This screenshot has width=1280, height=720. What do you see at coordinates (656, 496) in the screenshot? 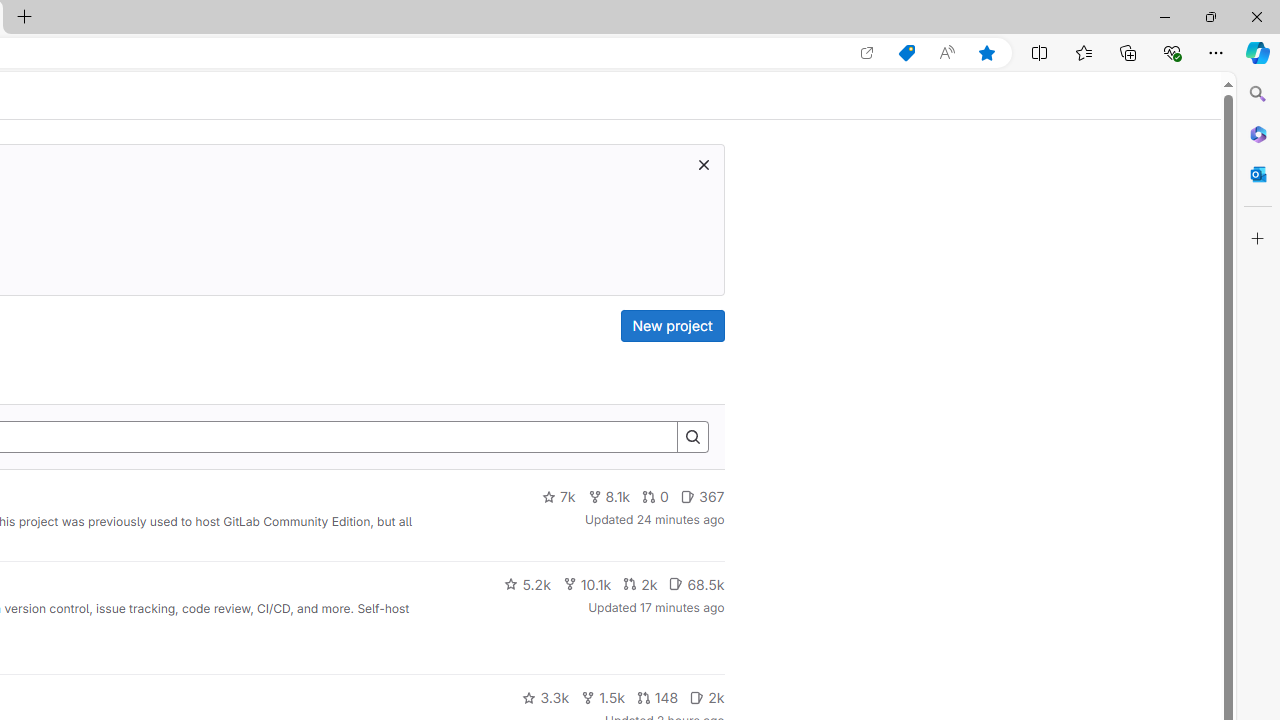
I see `'0'` at bounding box center [656, 496].